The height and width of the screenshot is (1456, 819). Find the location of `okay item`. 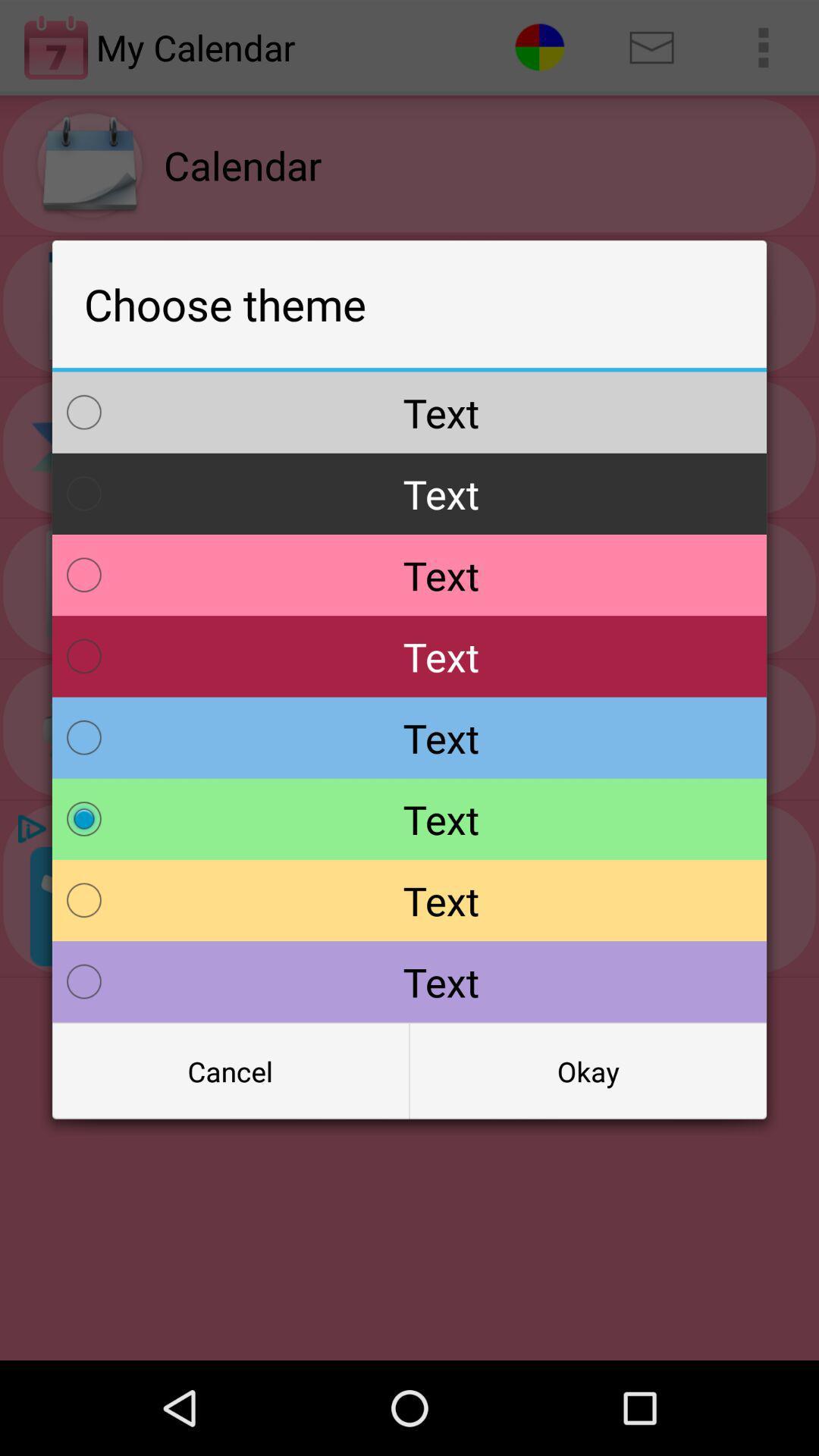

okay item is located at coordinates (587, 1070).